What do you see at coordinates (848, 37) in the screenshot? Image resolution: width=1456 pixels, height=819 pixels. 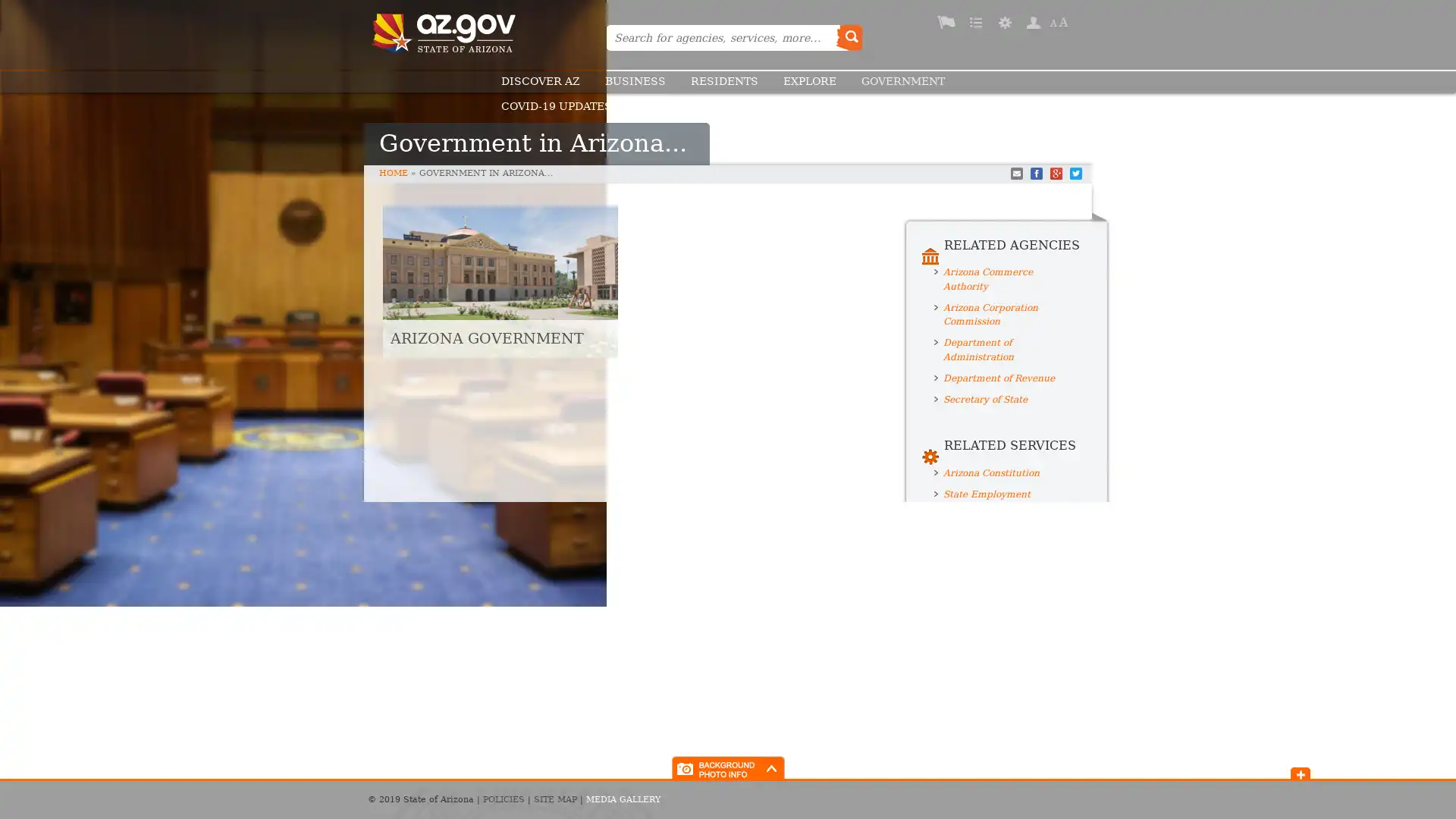 I see `Search` at bounding box center [848, 37].